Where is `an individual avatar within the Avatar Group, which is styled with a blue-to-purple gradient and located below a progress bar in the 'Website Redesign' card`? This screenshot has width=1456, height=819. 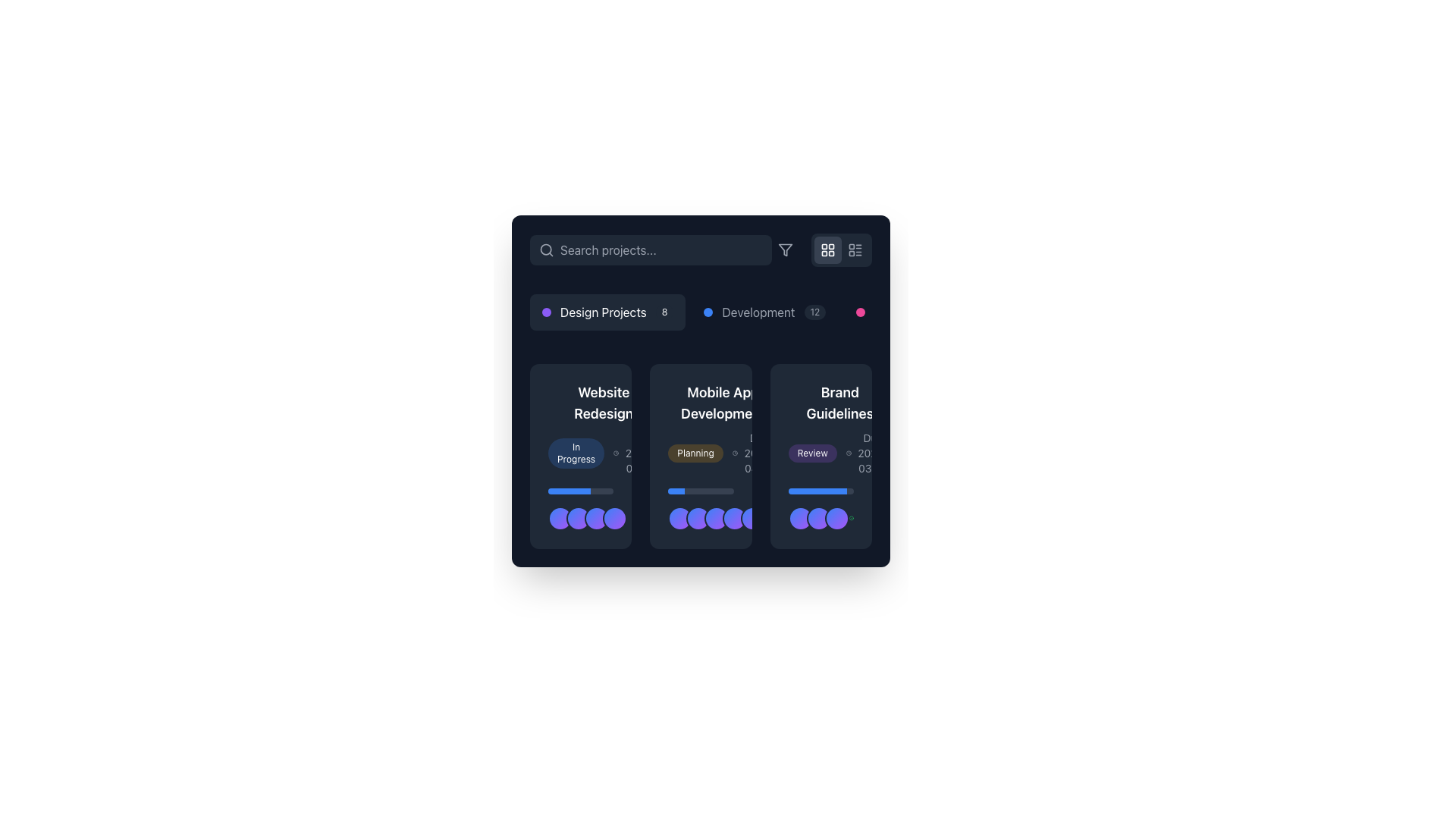 an individual avatar within the Avatar Group, which is styled with a blue-to-purple gradient and located below a progress bar in the 'Website Redesign' card is located at coordinates (580, 509).